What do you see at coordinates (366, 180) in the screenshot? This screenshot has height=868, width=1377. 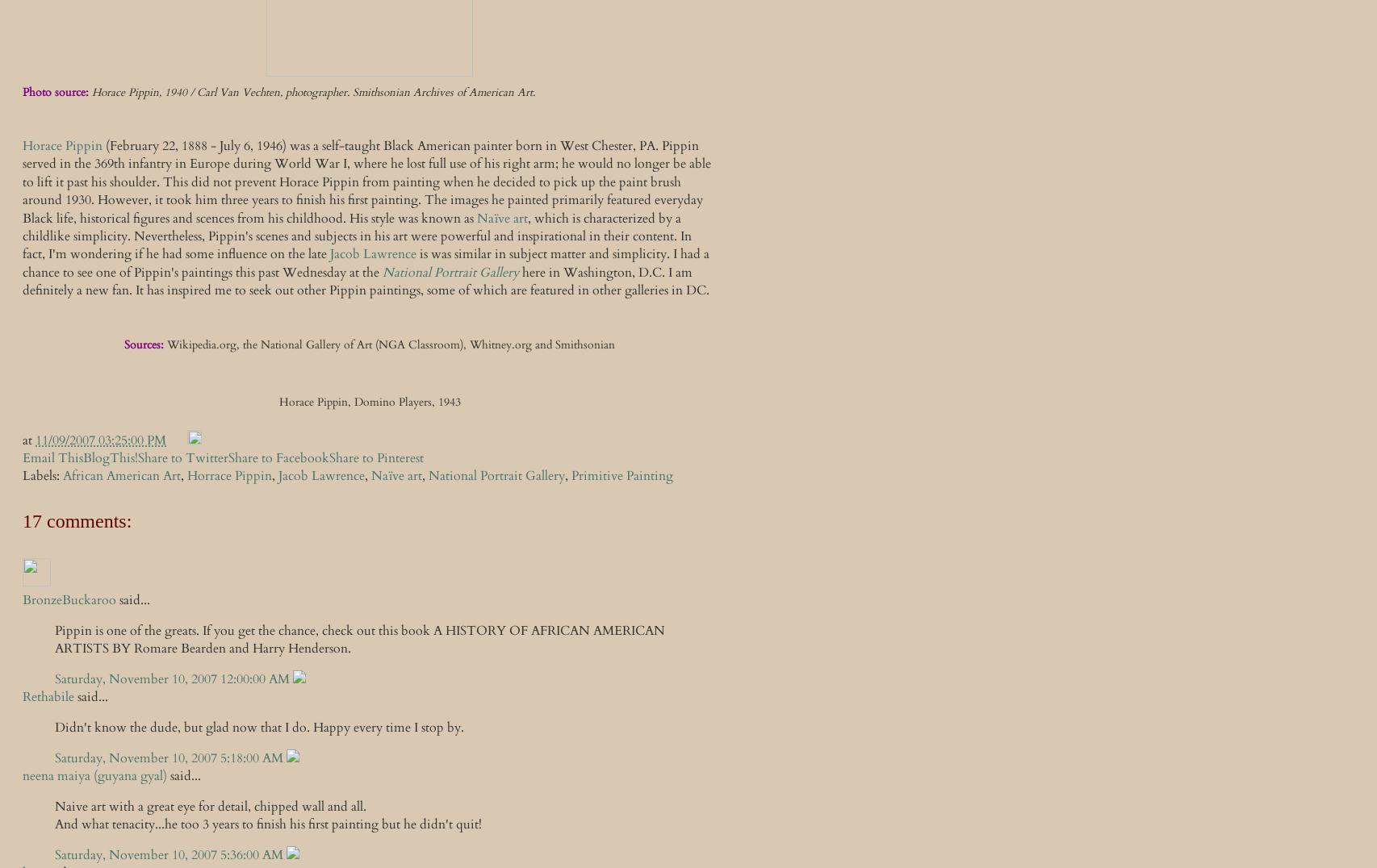 I see `'(February 22, 1888 - July 6, 1946) was a self-taught Black American painter born in West Chester, PA. Pippin served in the 369th infantry in Europe during World War I, where he lost full use of his right arm; he would no longer be able to lift it past his shoulder. This did not prevent Horace Pippin from painting when he decided to pick up the paint brush around 1930. However, it took him three years to finish his first painting. The images he painted primarily featured everyday Black life, historical figures and scences from his childhood. His style was known as'` at bounding box center [366, 180].